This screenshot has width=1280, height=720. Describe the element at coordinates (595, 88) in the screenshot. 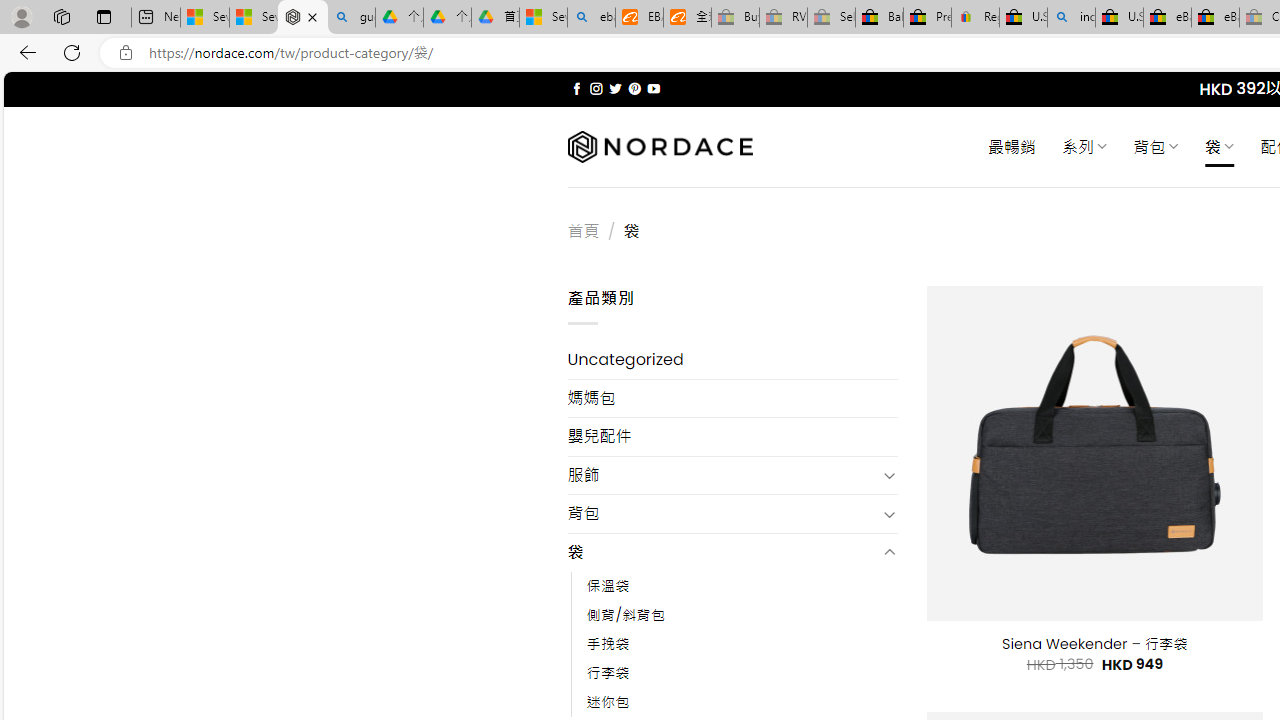

I see `'Follow on Instagram'` at that location.